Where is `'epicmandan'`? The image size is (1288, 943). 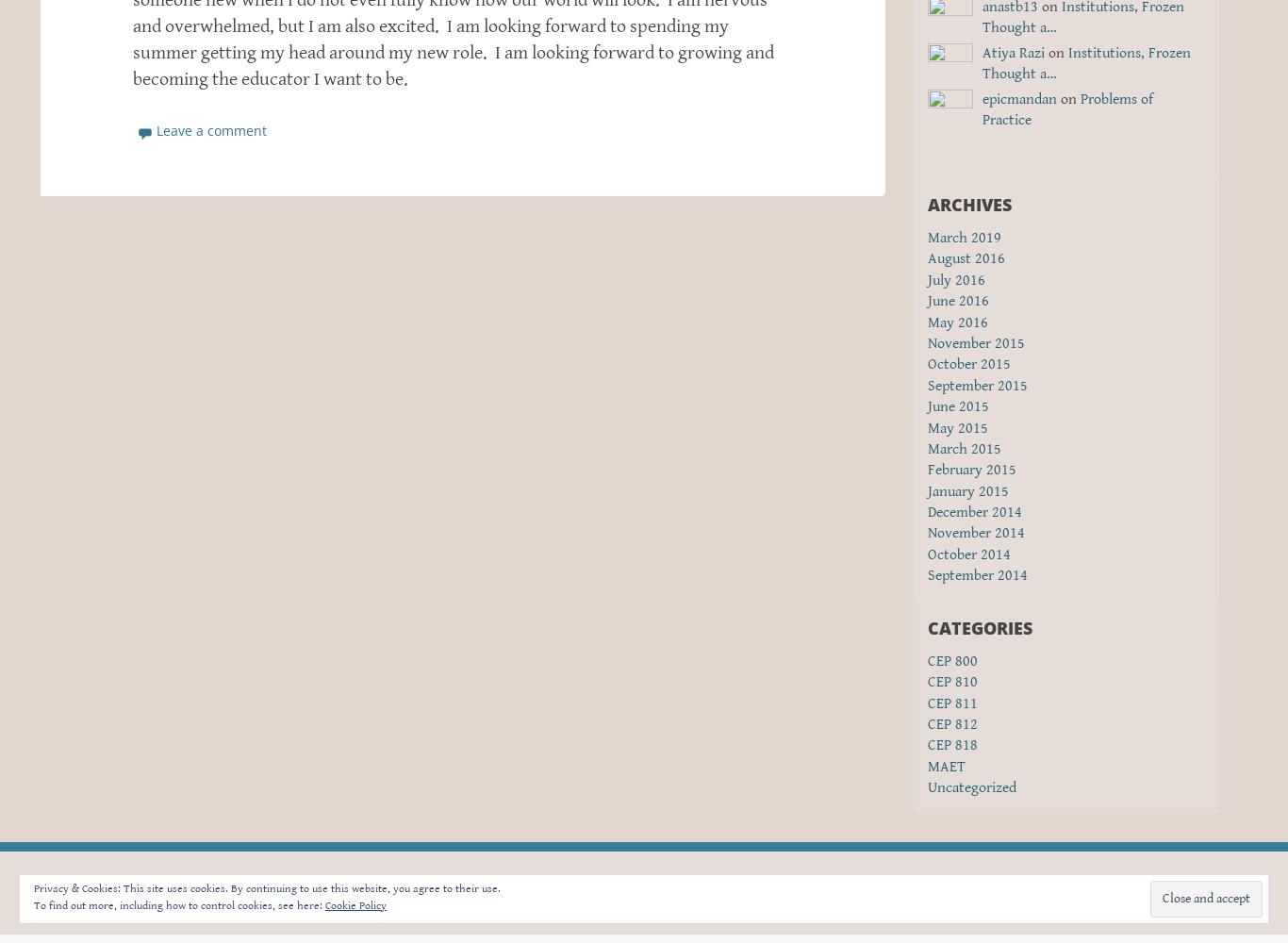
'epicmandan' is located at coordinates (1018, 97).